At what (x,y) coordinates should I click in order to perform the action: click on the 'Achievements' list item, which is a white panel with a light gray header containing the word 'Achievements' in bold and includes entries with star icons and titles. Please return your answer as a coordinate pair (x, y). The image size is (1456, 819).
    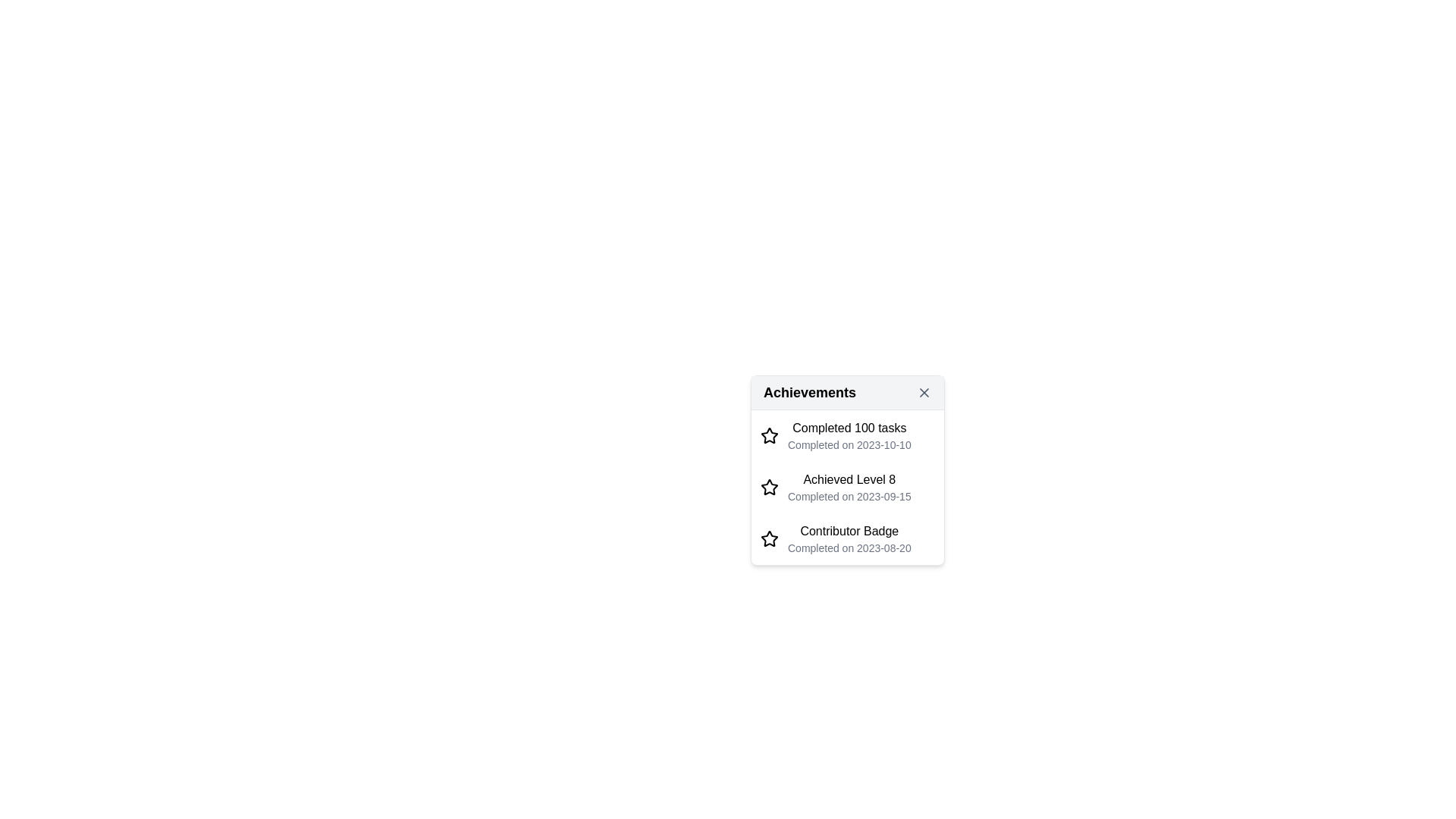
    Looking at the image, I should click on (847, 469).